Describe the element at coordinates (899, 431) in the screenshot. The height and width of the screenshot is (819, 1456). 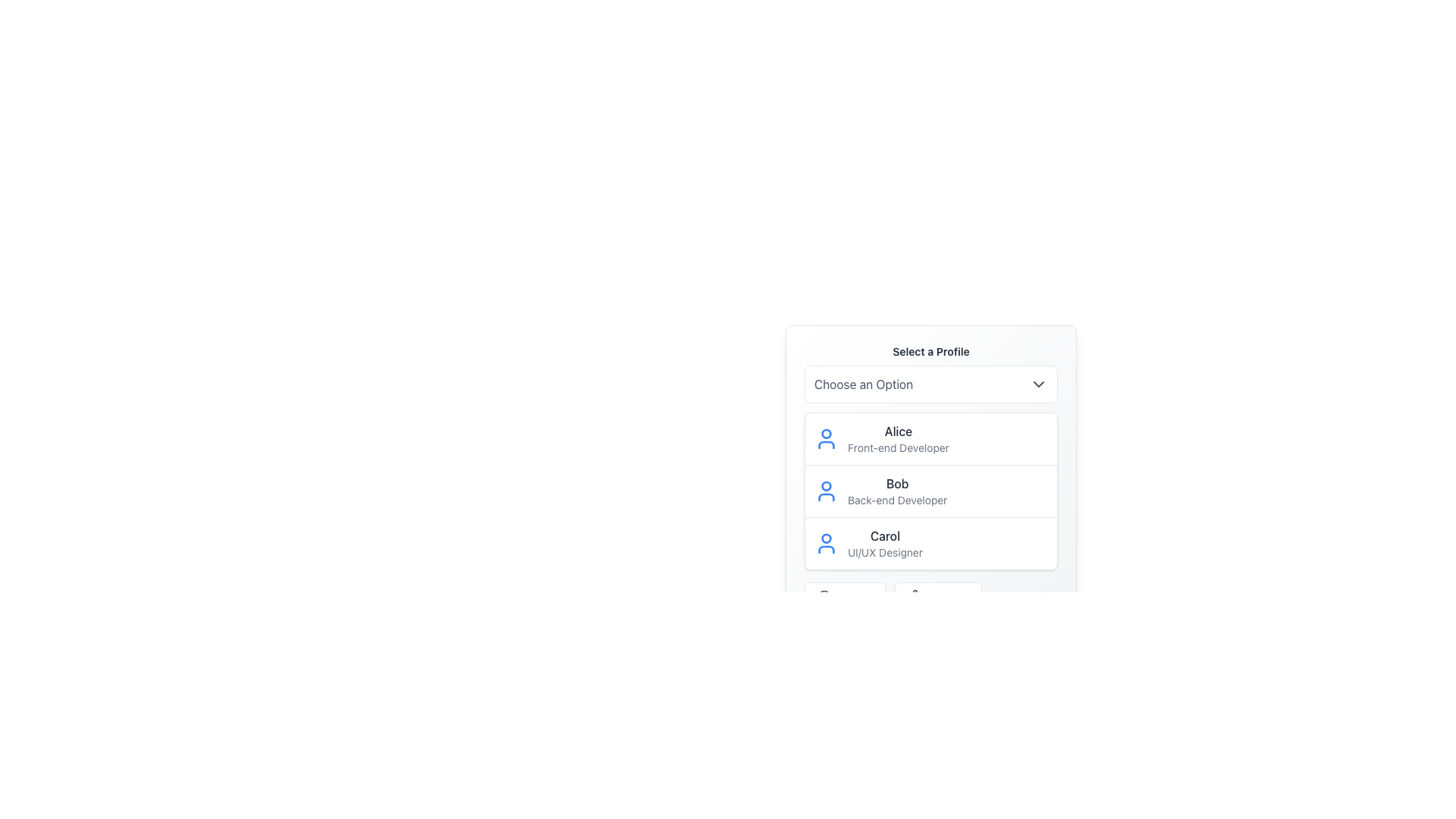
I see `the Static Text Label that represents the profile name 'Alice' in the profile selection list, located under the heading 'Select a Profile'` at that location.